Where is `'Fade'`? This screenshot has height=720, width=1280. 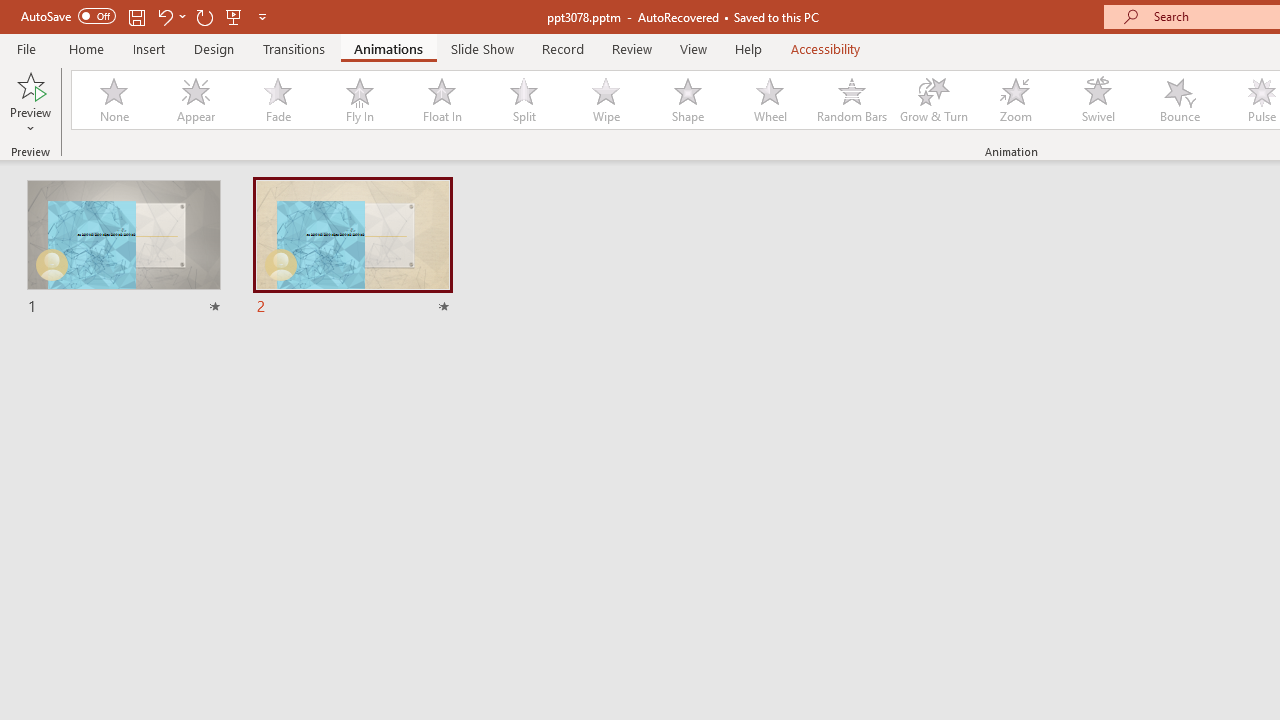 'Fade' is located at coordinates (276, 100).